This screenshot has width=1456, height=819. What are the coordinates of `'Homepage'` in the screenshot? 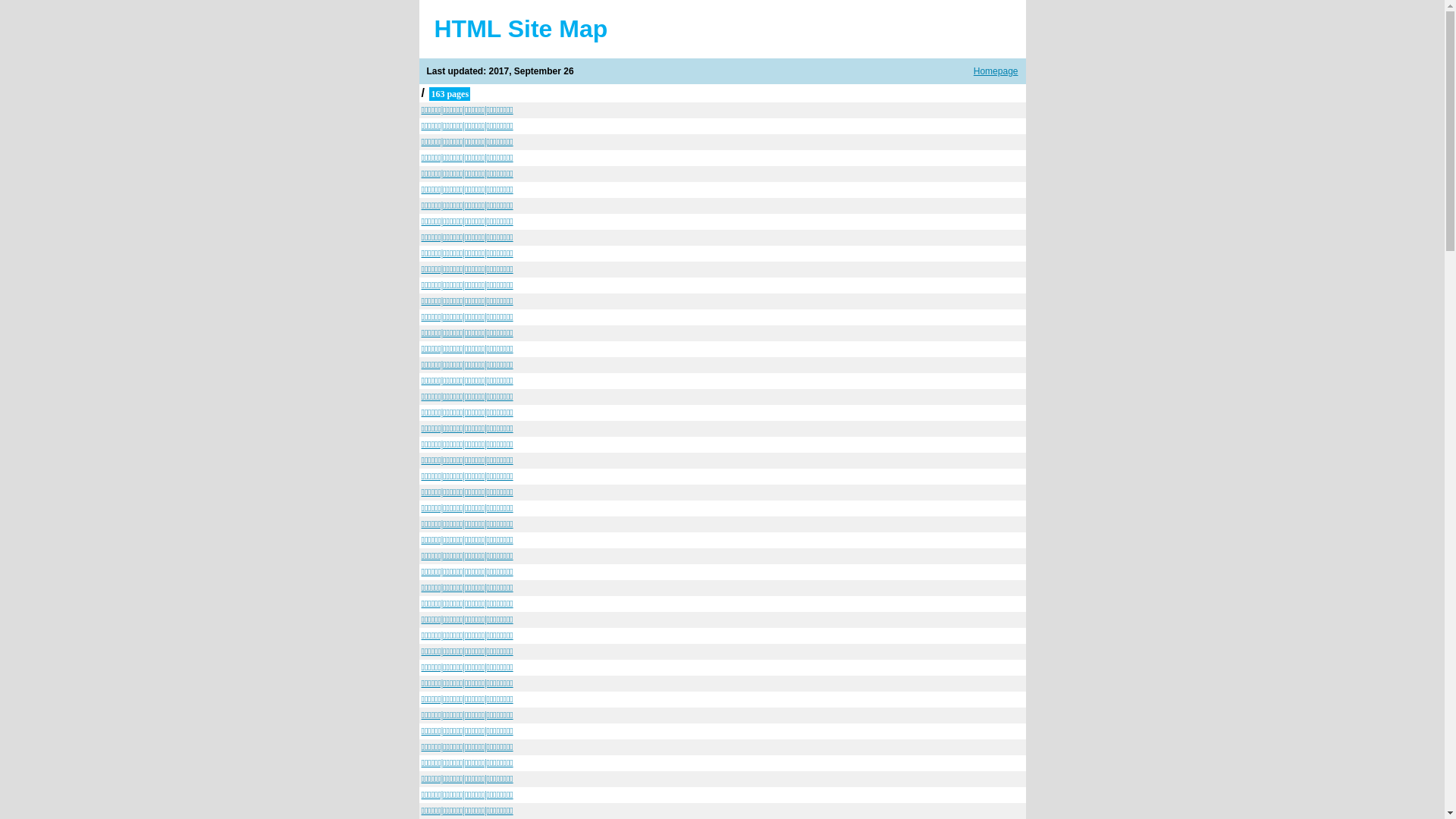 It's located at (996, 71).